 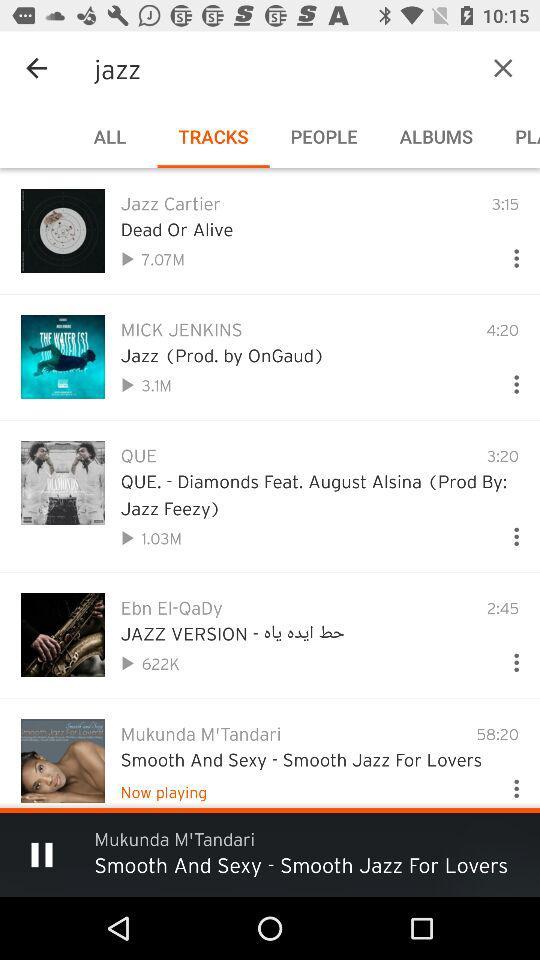 I want to click on the cross icon, so click(x=472, y=68).